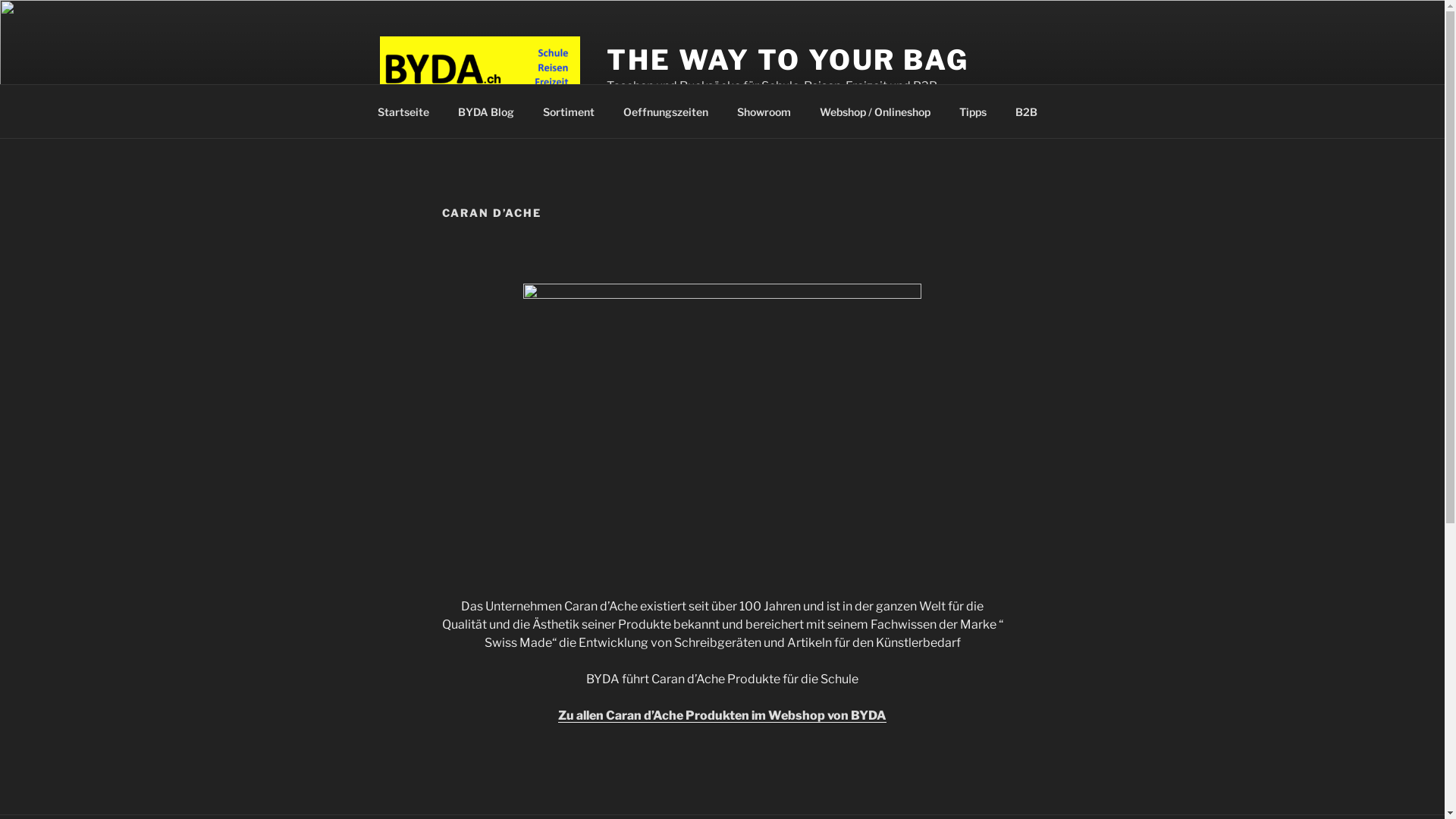 Image resolution: width=1456 pixels, height=819 pixels. What do you see at coordinates (973, 110) in the screenshot?
I see `'Tipps'` at bounding box center [973, 110].